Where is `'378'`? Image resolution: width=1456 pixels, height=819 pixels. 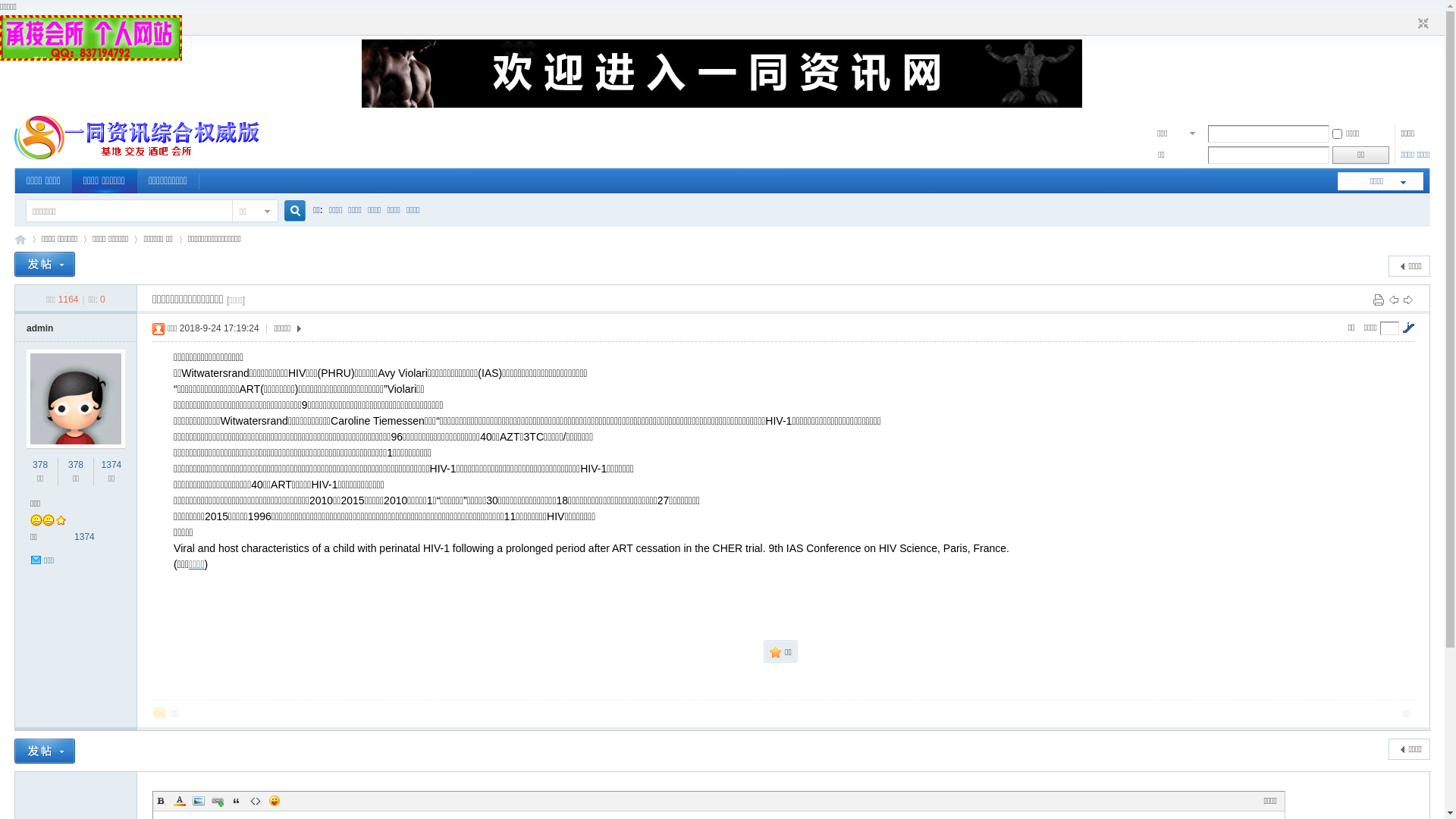 '378' is located at coordinates (75, 464).